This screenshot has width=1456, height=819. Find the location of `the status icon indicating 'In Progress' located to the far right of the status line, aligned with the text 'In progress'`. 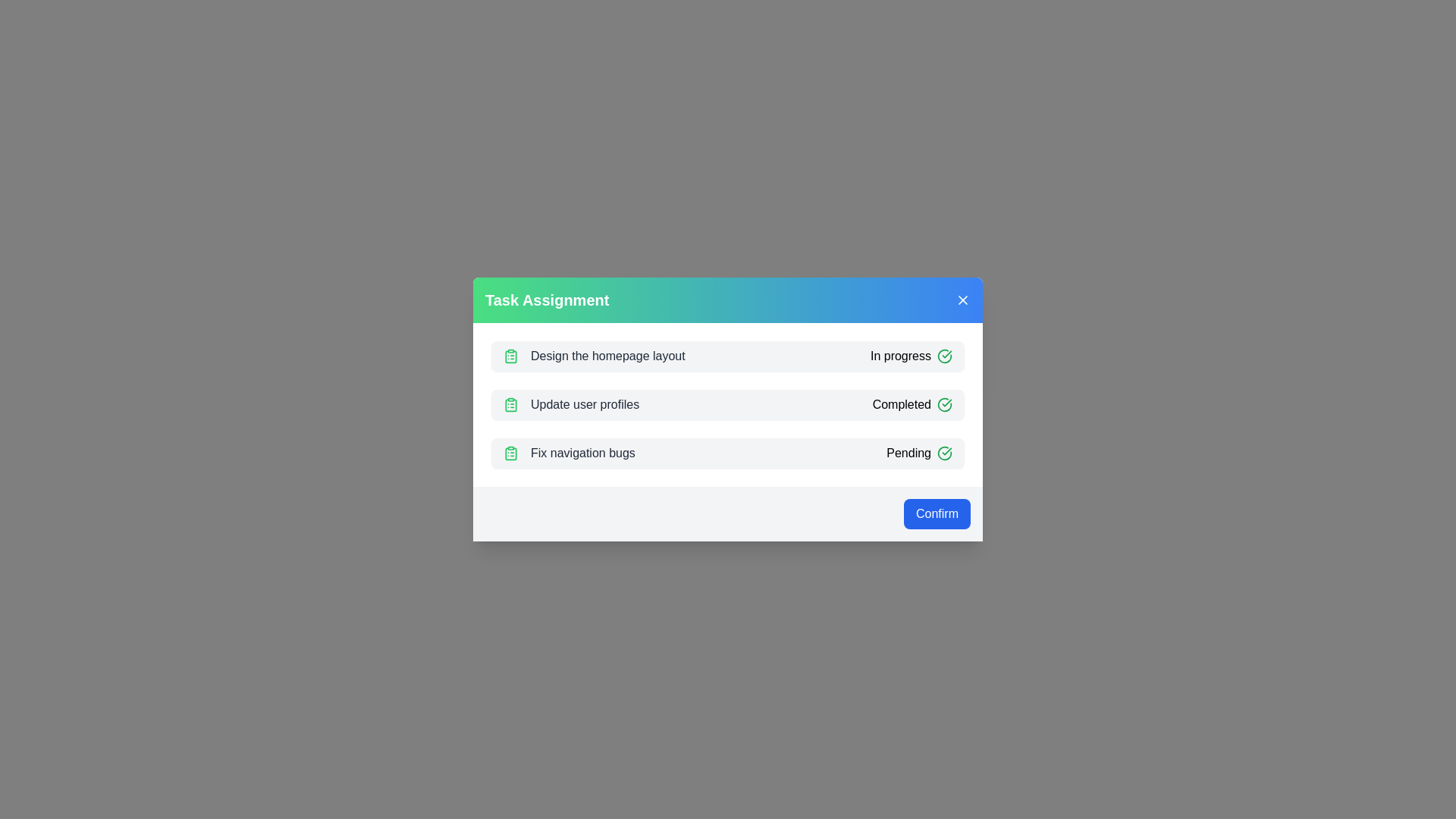

the status icon indicating 'In Progress' located to the far right of the status line, aligned with the text 'In progress' is located at coordinates (944, 356).